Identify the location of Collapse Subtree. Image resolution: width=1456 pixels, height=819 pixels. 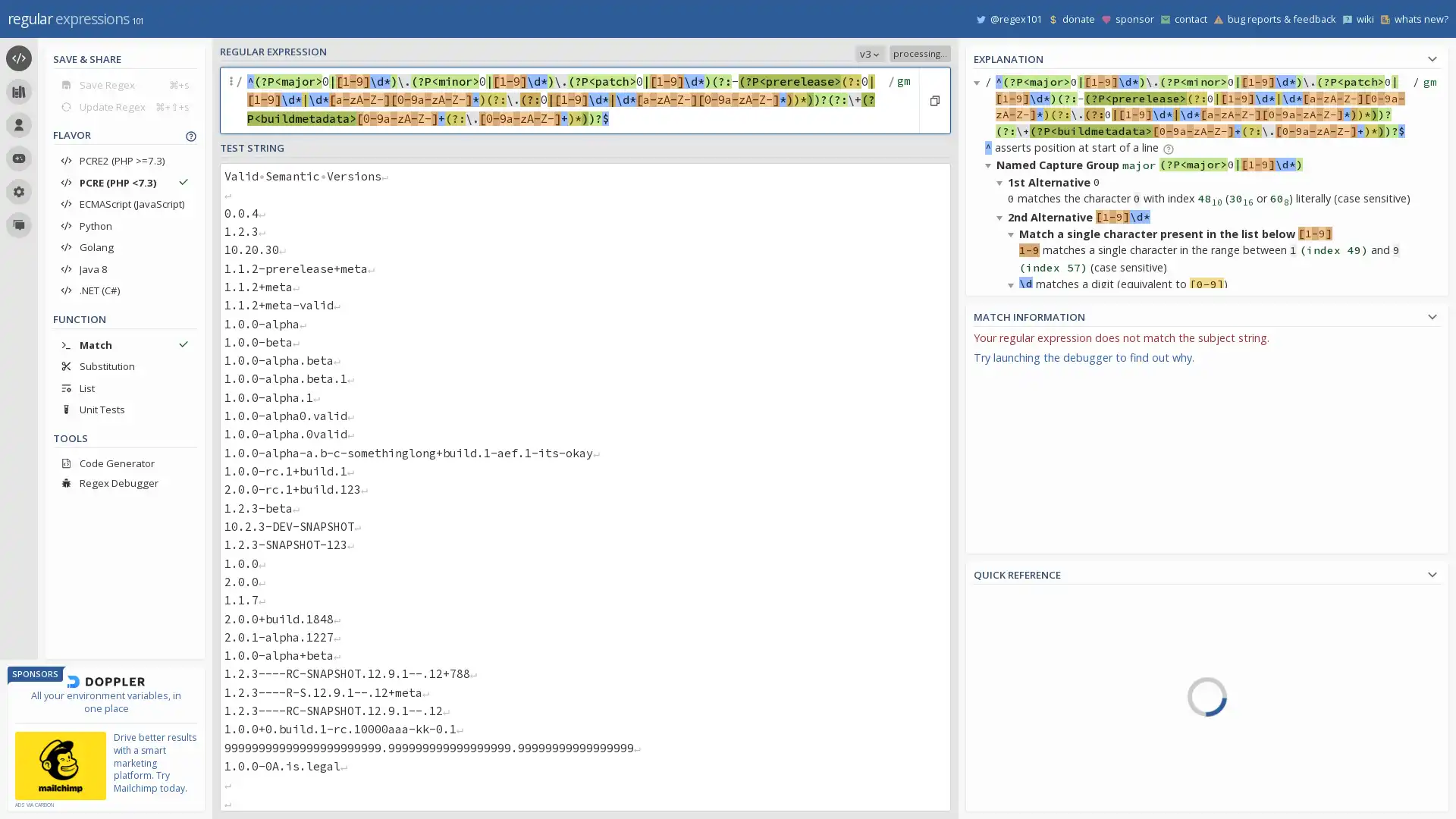
(1002, 371).